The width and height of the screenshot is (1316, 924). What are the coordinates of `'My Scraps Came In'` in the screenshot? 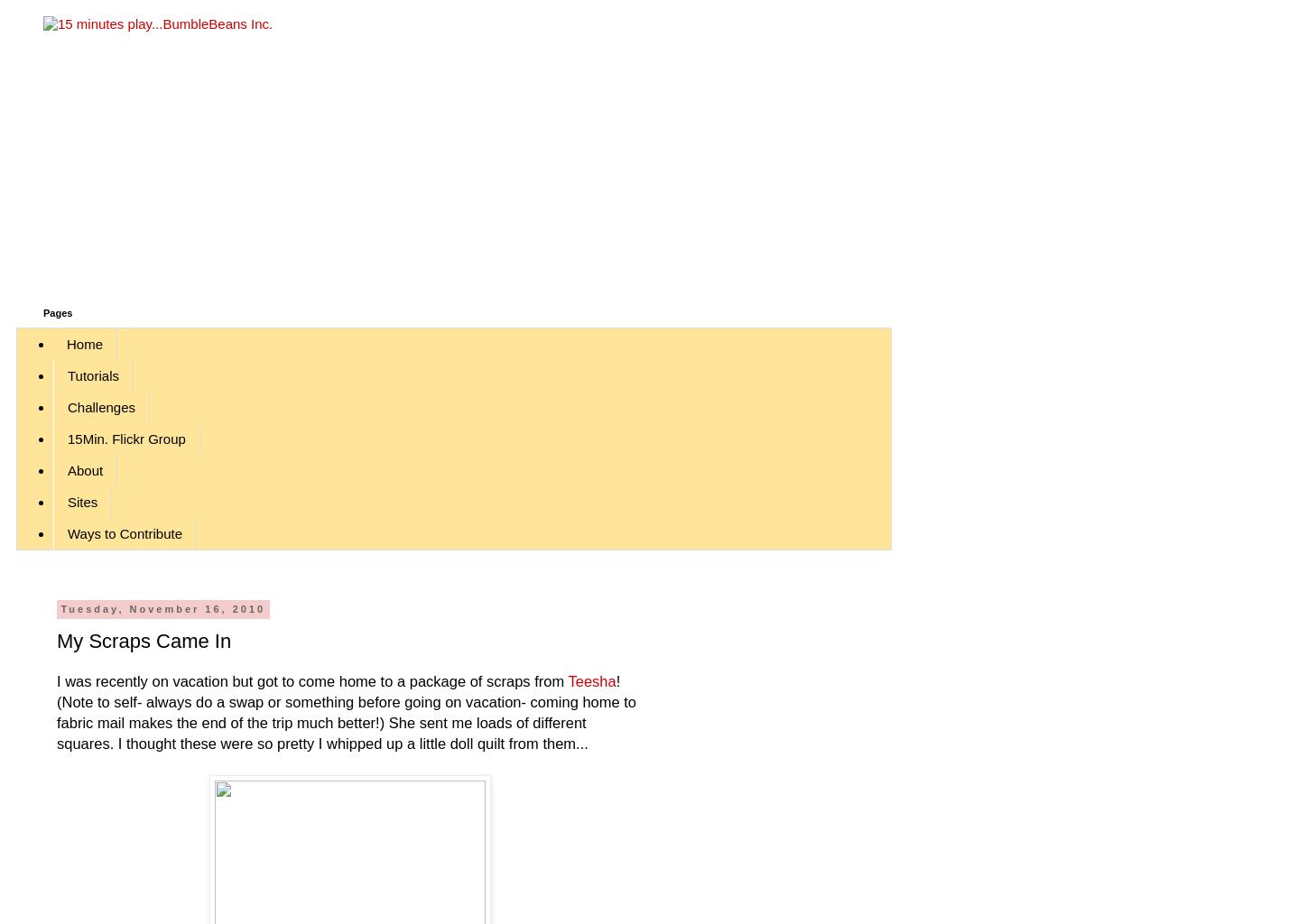 It's located at (143, 640).